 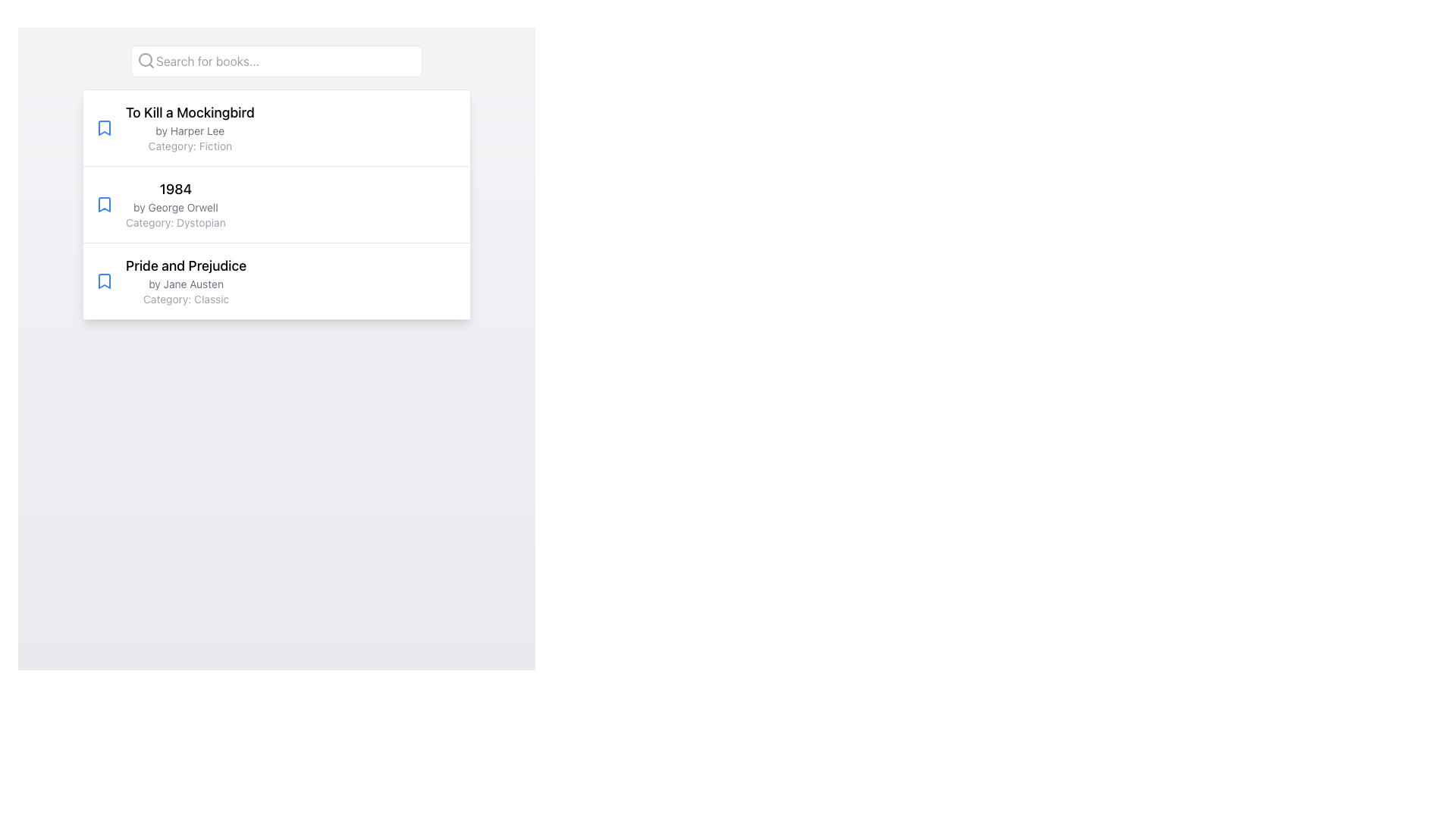 What do you see at coordinates (104, 205) in the screenshot?
I see `the blue outlined bookmark icon located to the left of the text '1984' in the second book entry` at bounding box center [104, 205].